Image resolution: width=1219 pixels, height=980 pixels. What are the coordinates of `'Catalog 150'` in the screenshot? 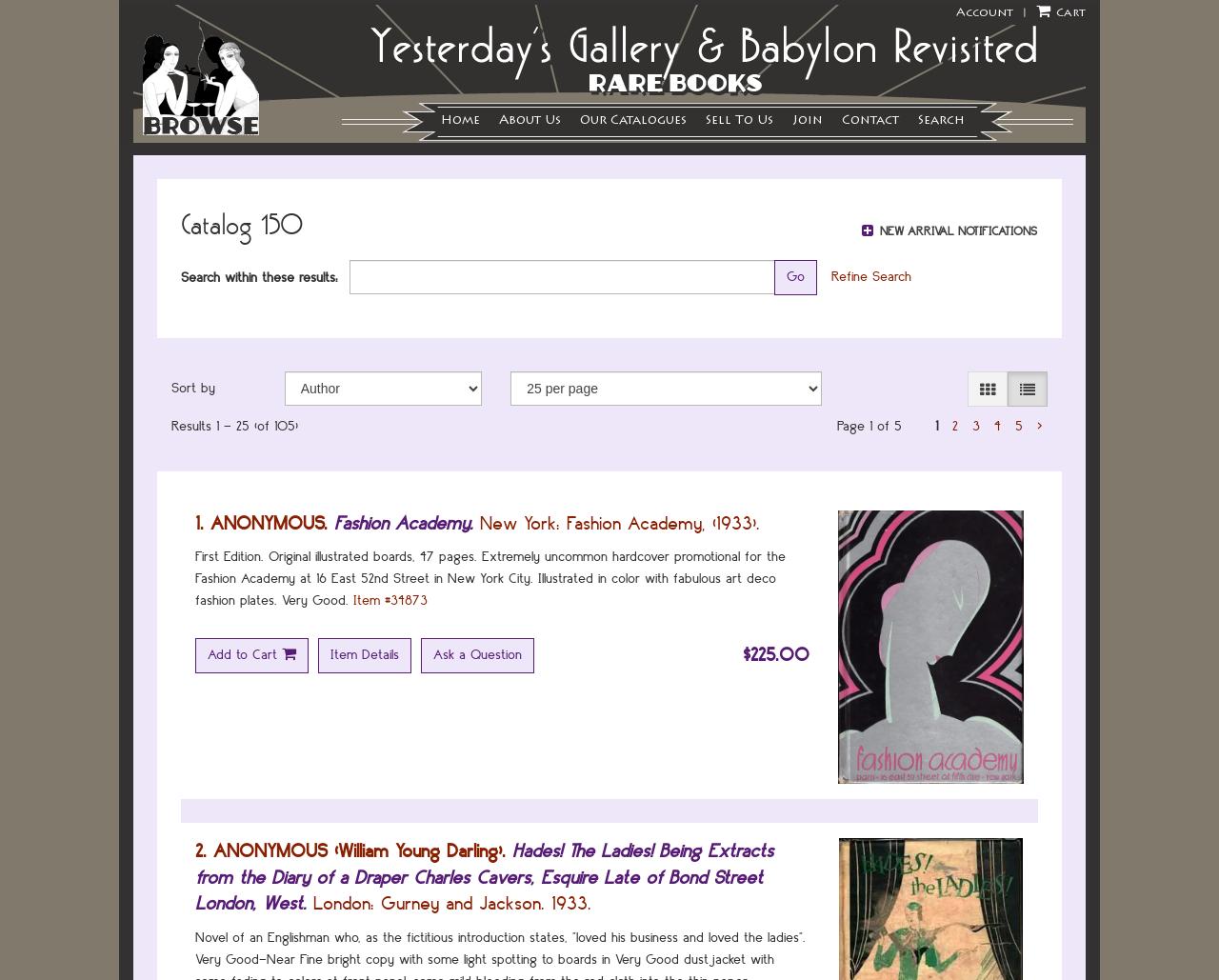 It's located at (240, 223).